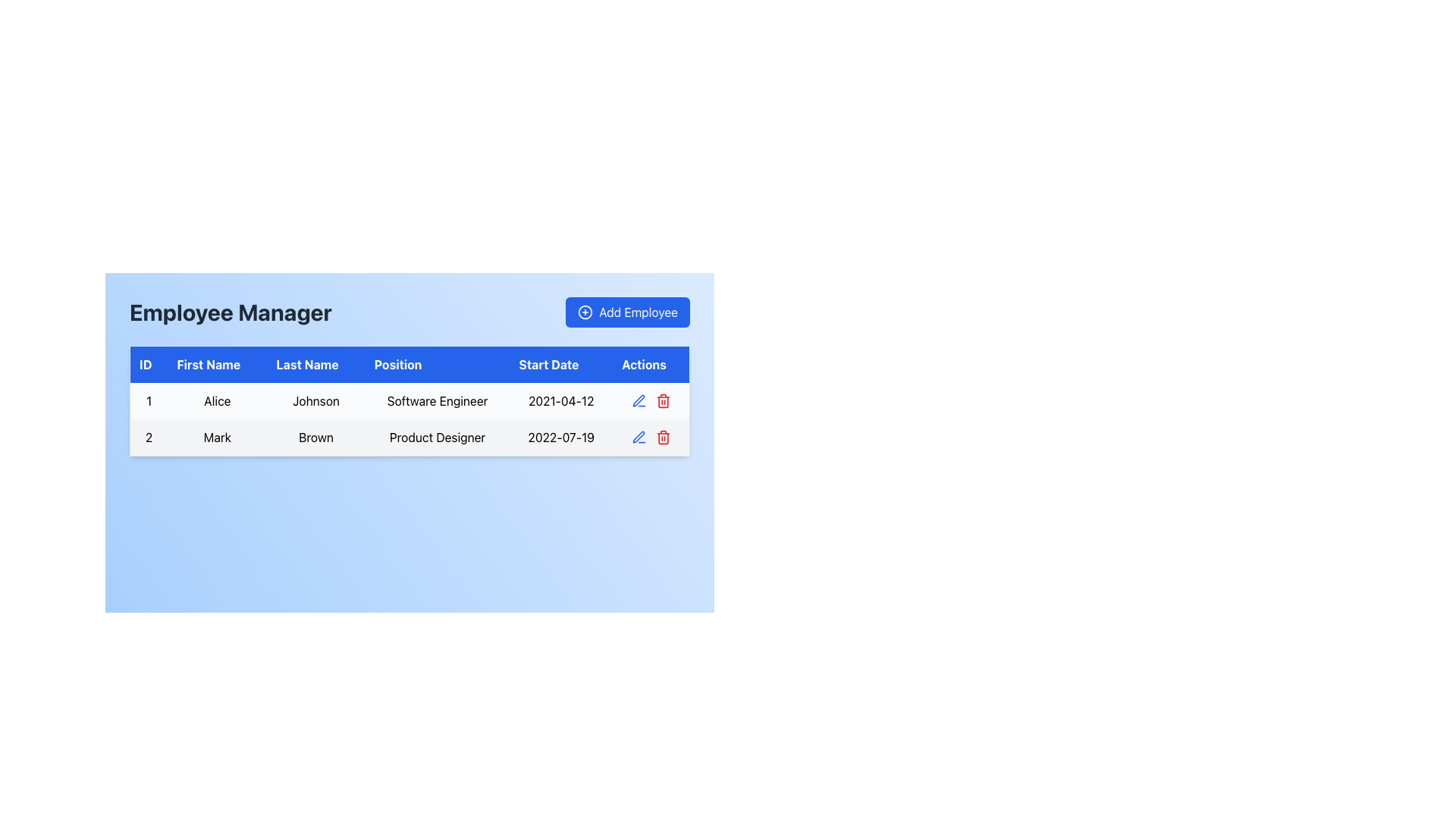 The width and height of the screenshot is (1456, 819). What do you see at coordinates (315, 438) in the screenshot?
I see `the static label displaying the last name 'Mark' in the third column of the second row within the employee data table` at bounding box center [315, 438].